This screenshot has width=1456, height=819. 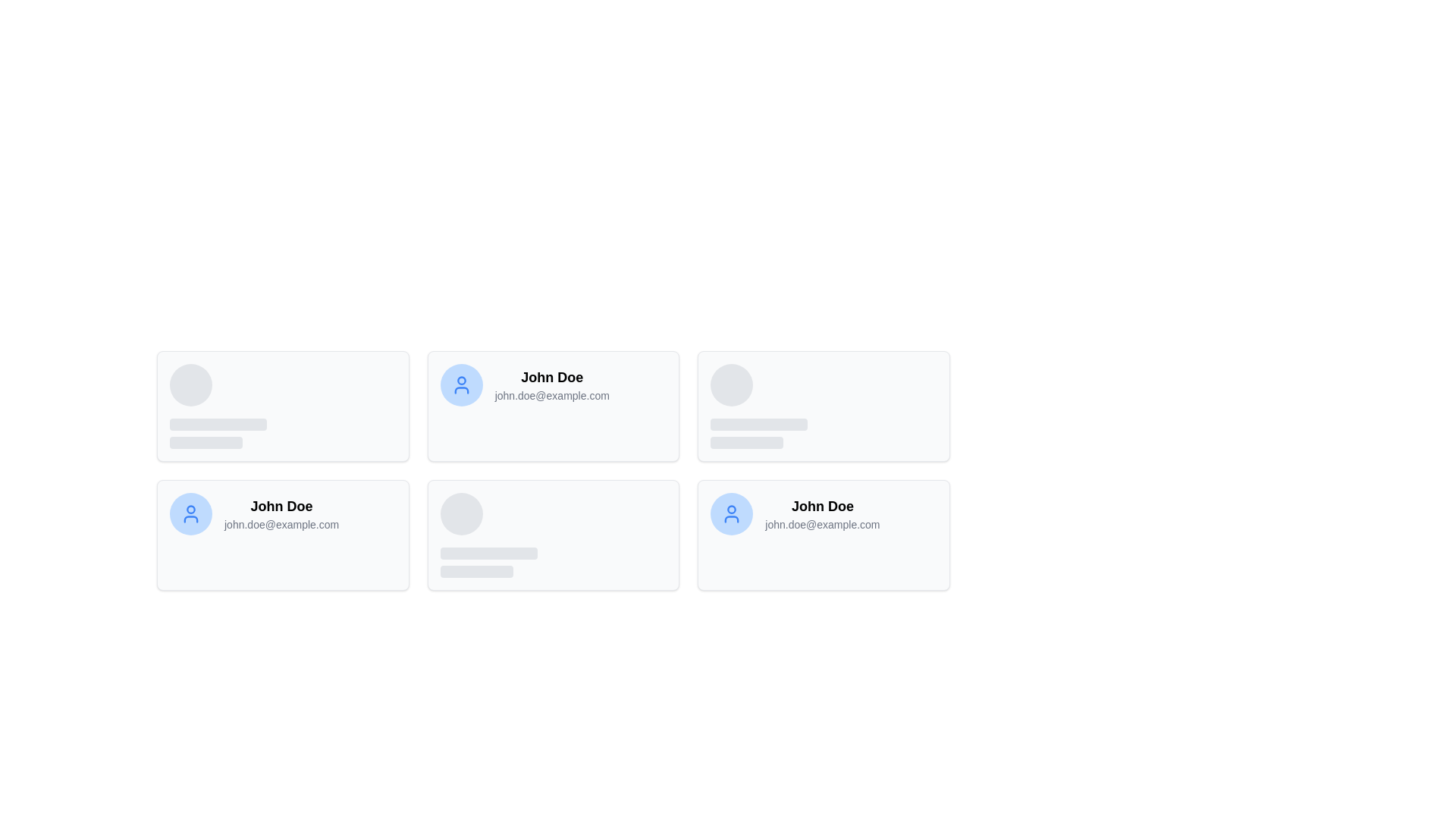 What do you see at coordinates (823, 406) in the screenshot?
I see `the third card component in the top row of the grid layout, which has a rounded gray border and a light gray background` at bounding box center [823, 406].